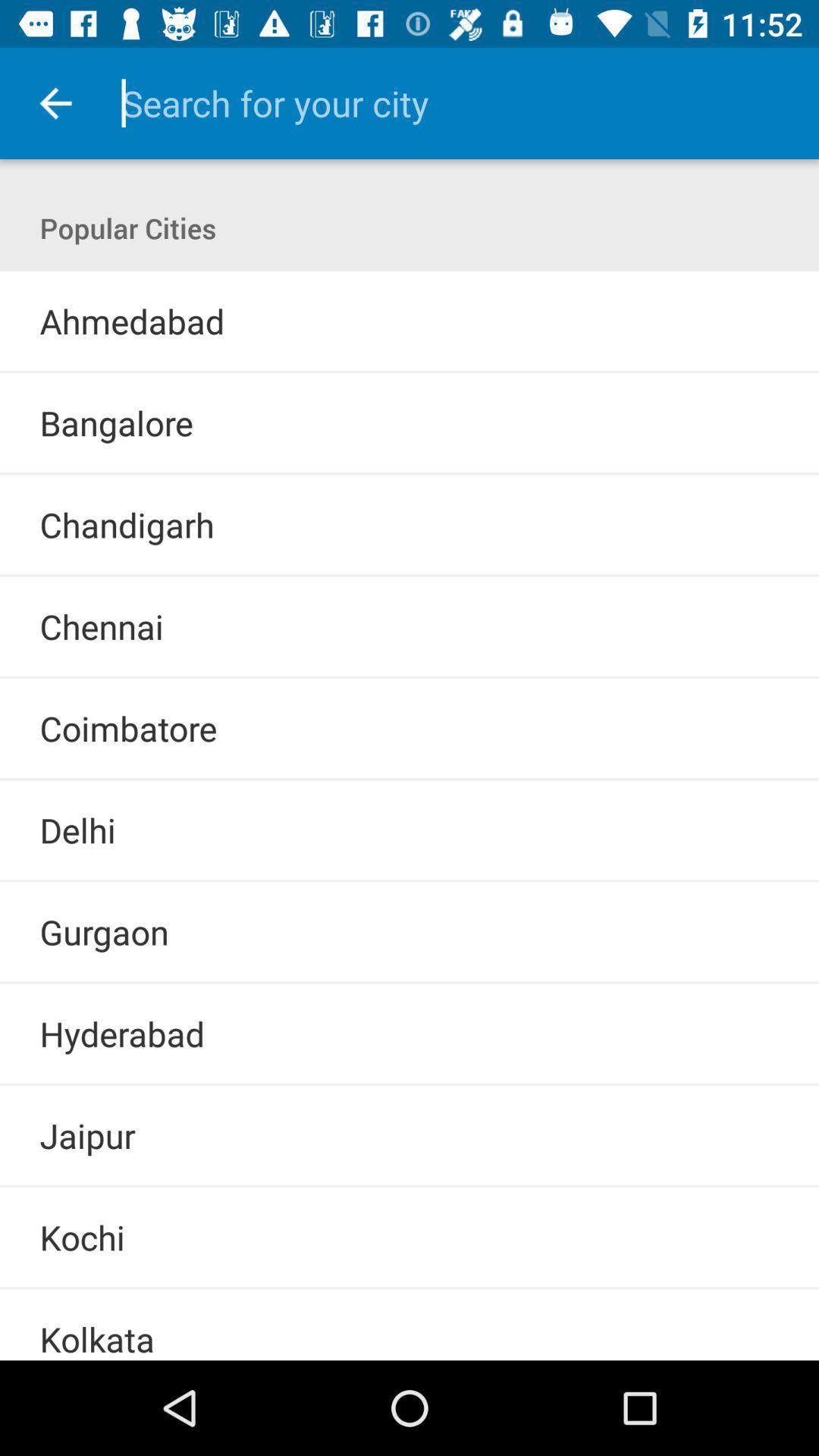 The height and width of the screenshot is (1456, 819). What do you see at coordinates (448, 102) in the screenshot?
I see `search for your city` at bounding box center [448, 102].